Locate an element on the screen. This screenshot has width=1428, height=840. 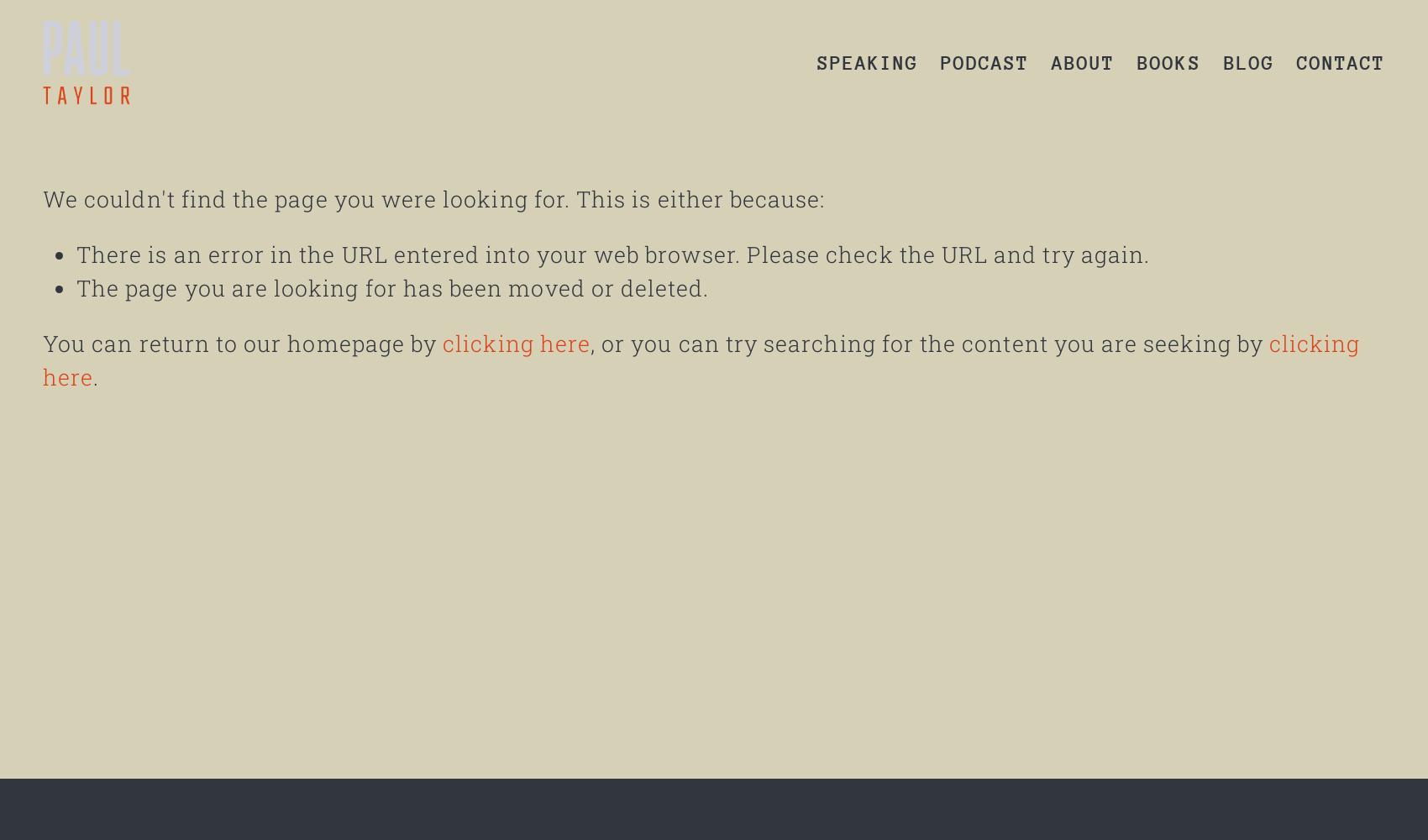
'BOOKS' is located at coordinates (1137, 62).